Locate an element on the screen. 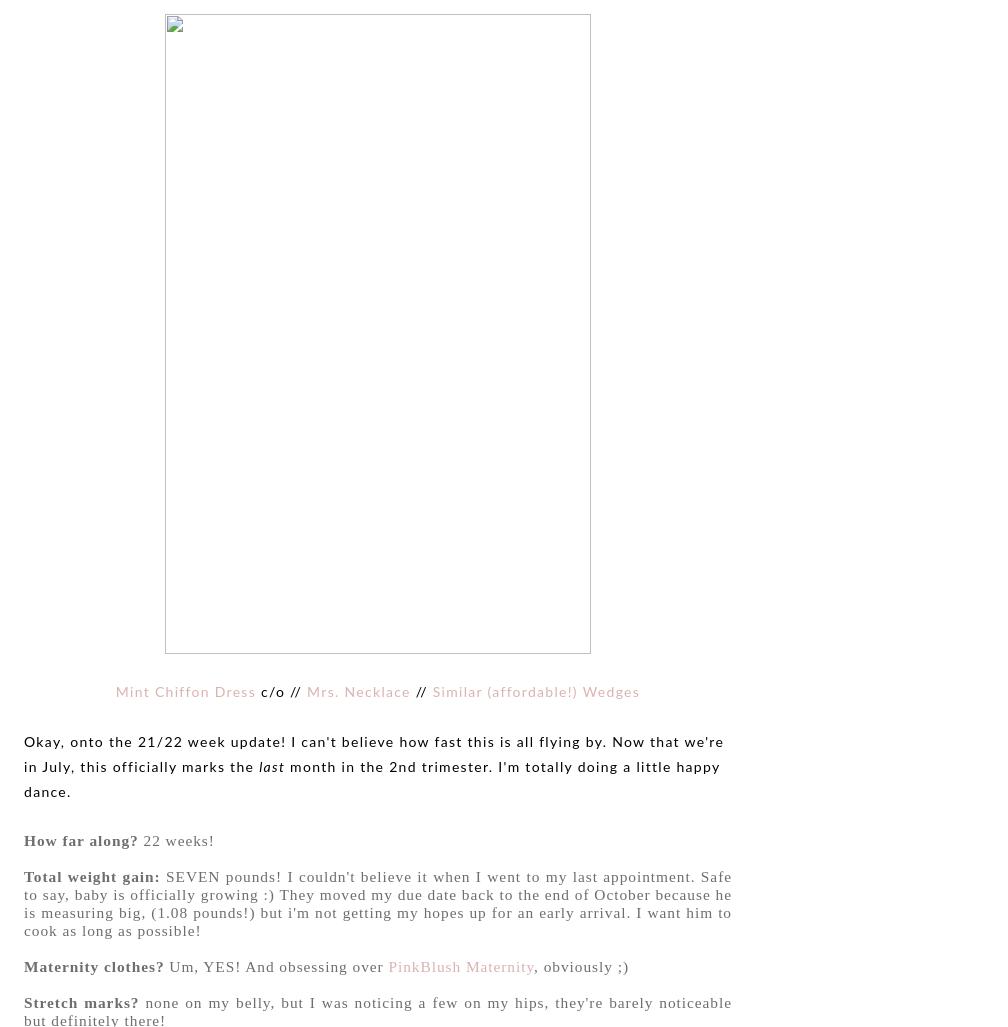 This screenshot has height=1027, width=1008. 'Total weight gain:' is located at coordinates (92, 874).